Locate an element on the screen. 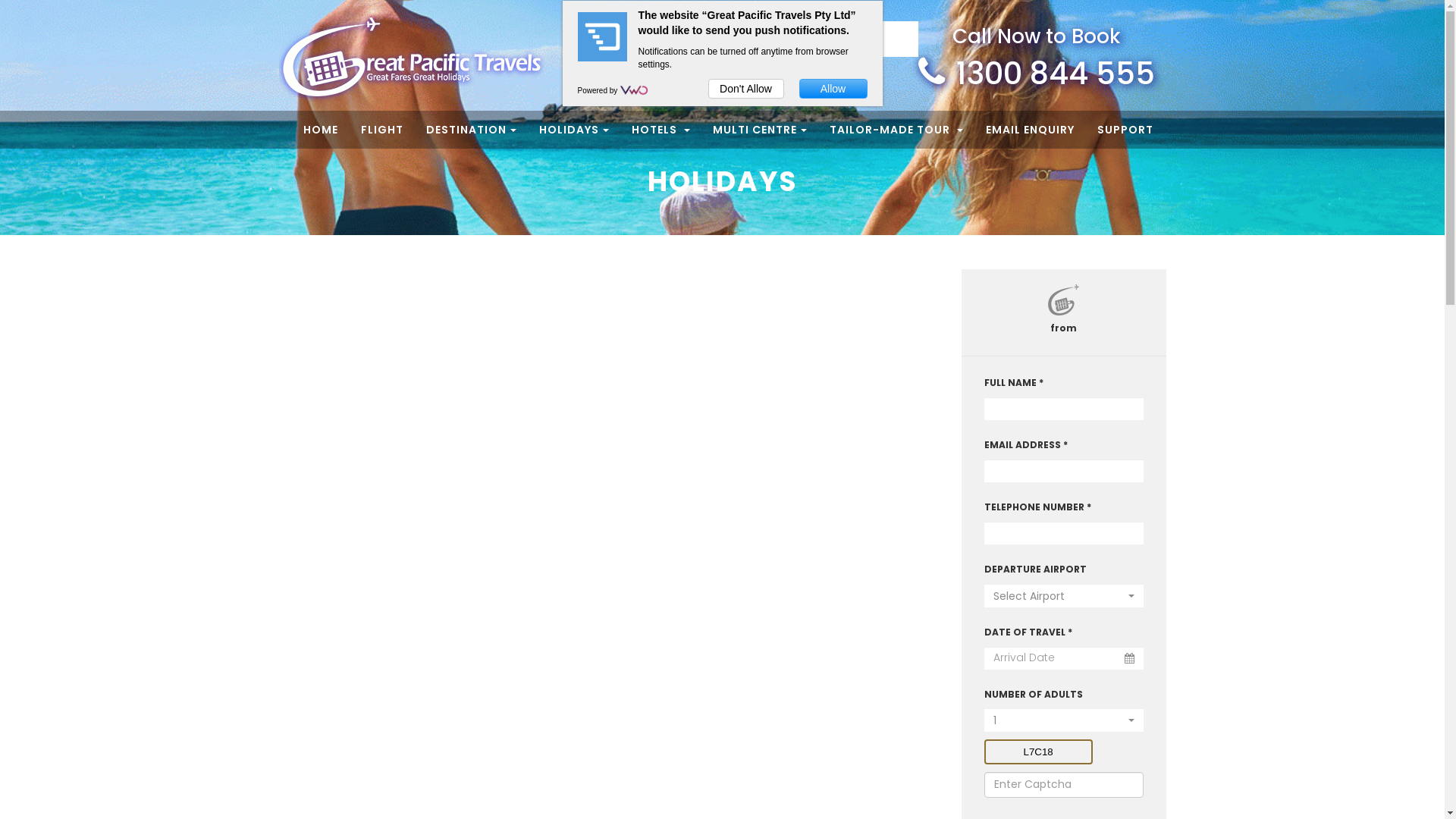 The height and width of the screenshot is (819, 1456). 'TAILOR-MADE TOUR' is located at coordinates (896, 128).